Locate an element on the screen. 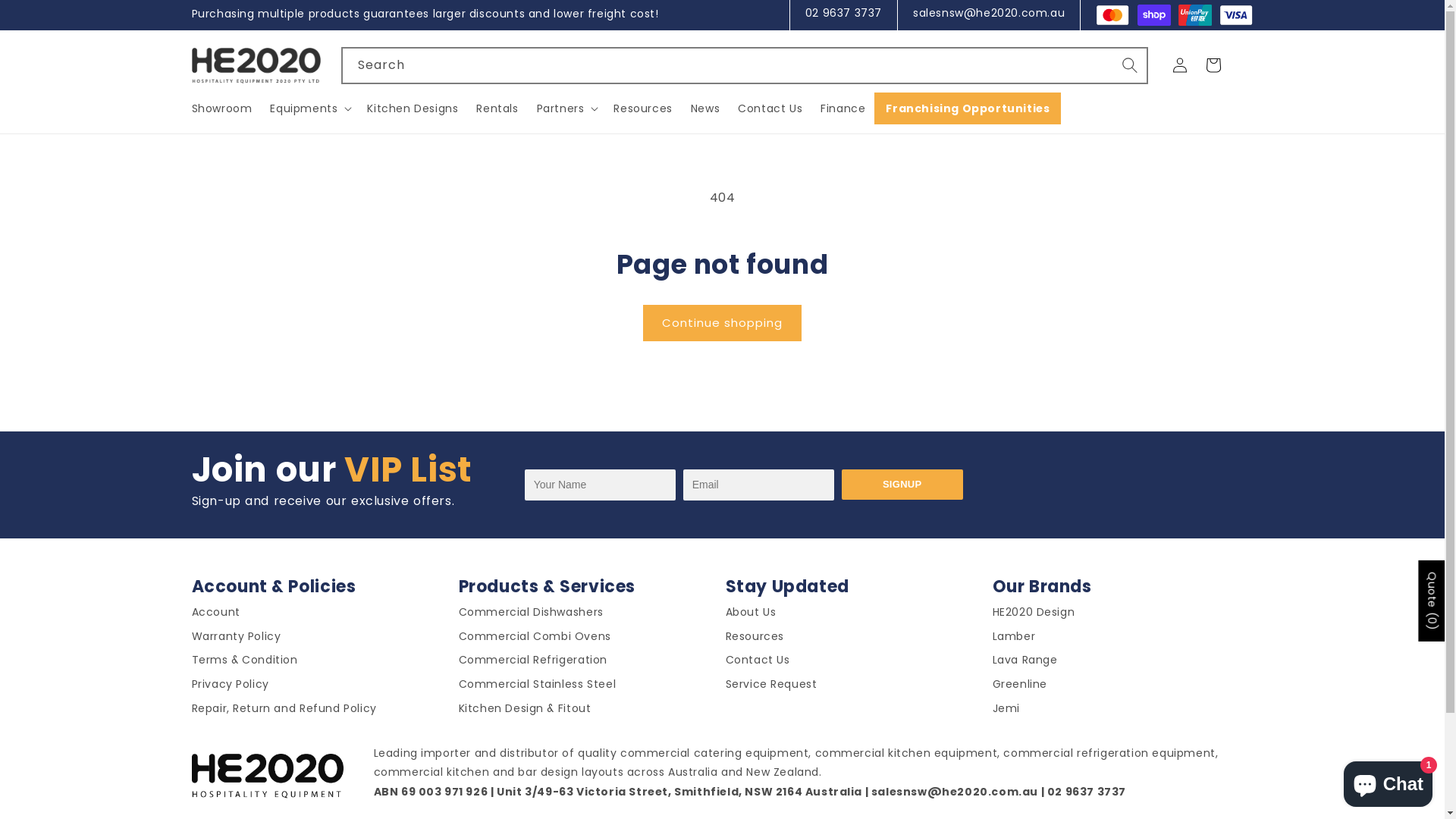 Image resolution: width=1456 pixels, height=819 pixels. 'Franchising Opportunities' is located at coordinates (967, 107).